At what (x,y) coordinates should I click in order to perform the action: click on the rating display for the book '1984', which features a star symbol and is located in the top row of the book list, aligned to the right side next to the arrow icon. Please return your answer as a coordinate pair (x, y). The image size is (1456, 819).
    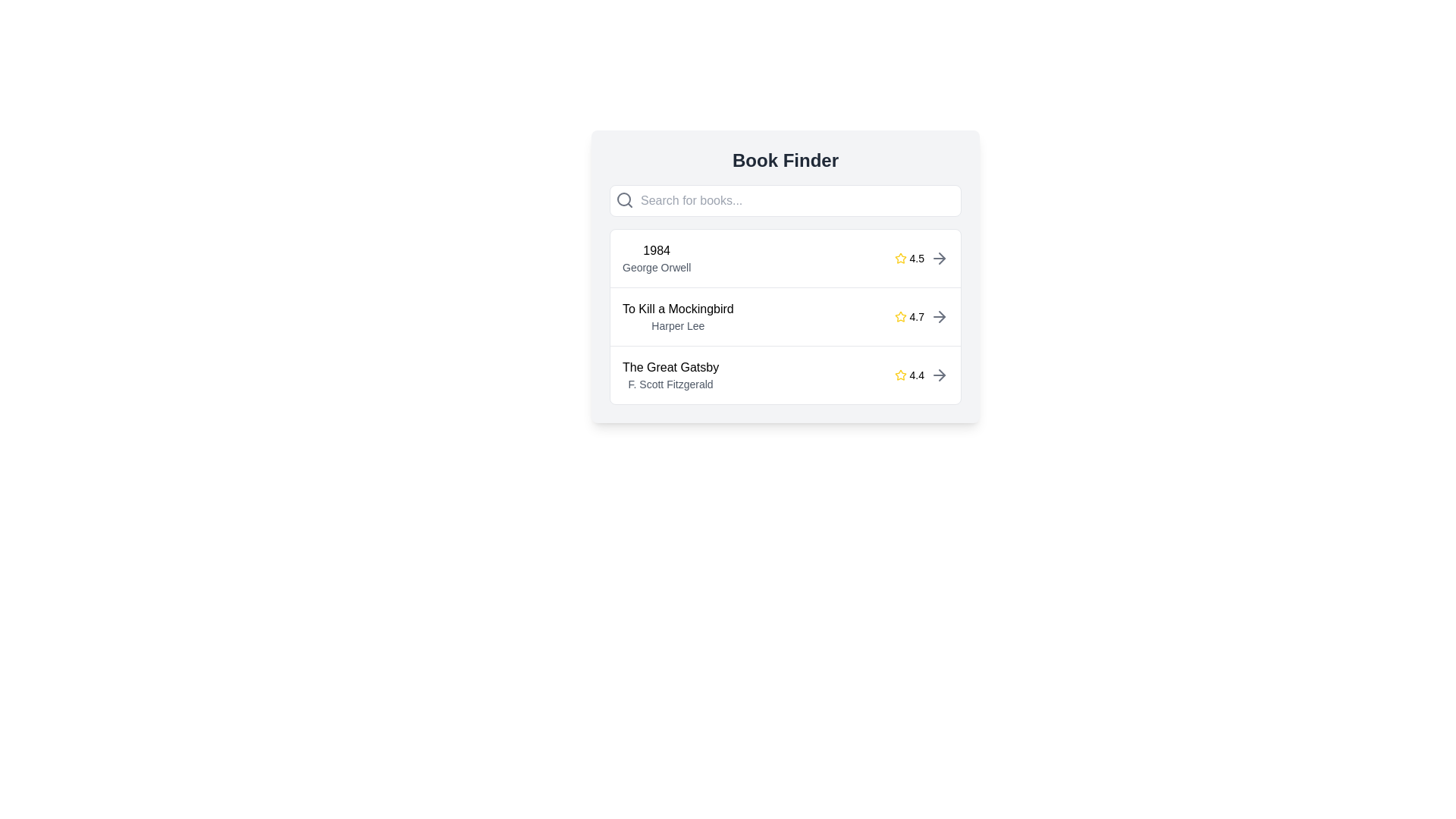
    Looking at the image, I should click on (909, 257).